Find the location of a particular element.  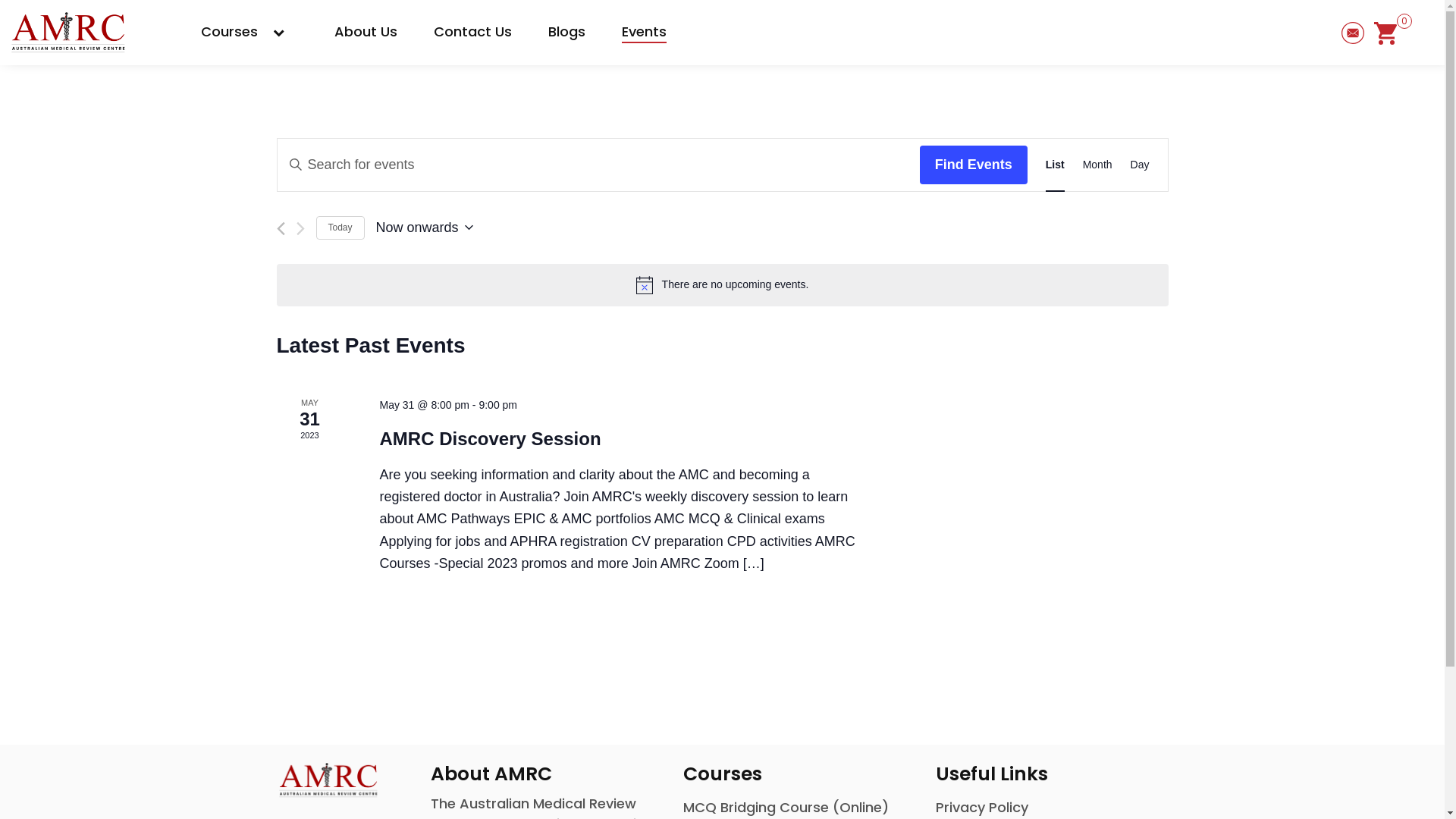

'Today' is located at coordinates (338, 227).